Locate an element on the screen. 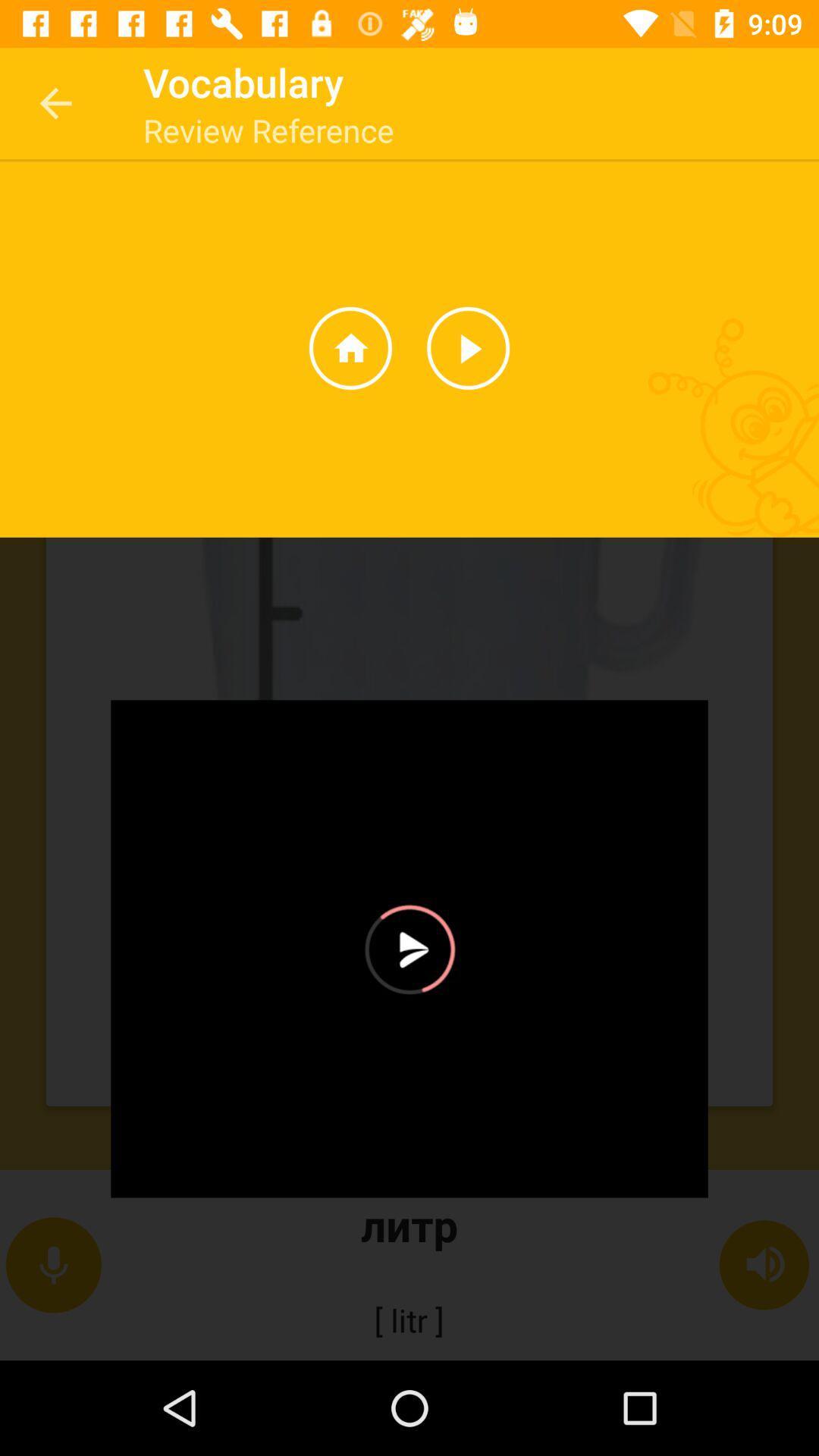 This screenshot has height=1456, width=819. the volume icon is located at coordinates (765, 1265).